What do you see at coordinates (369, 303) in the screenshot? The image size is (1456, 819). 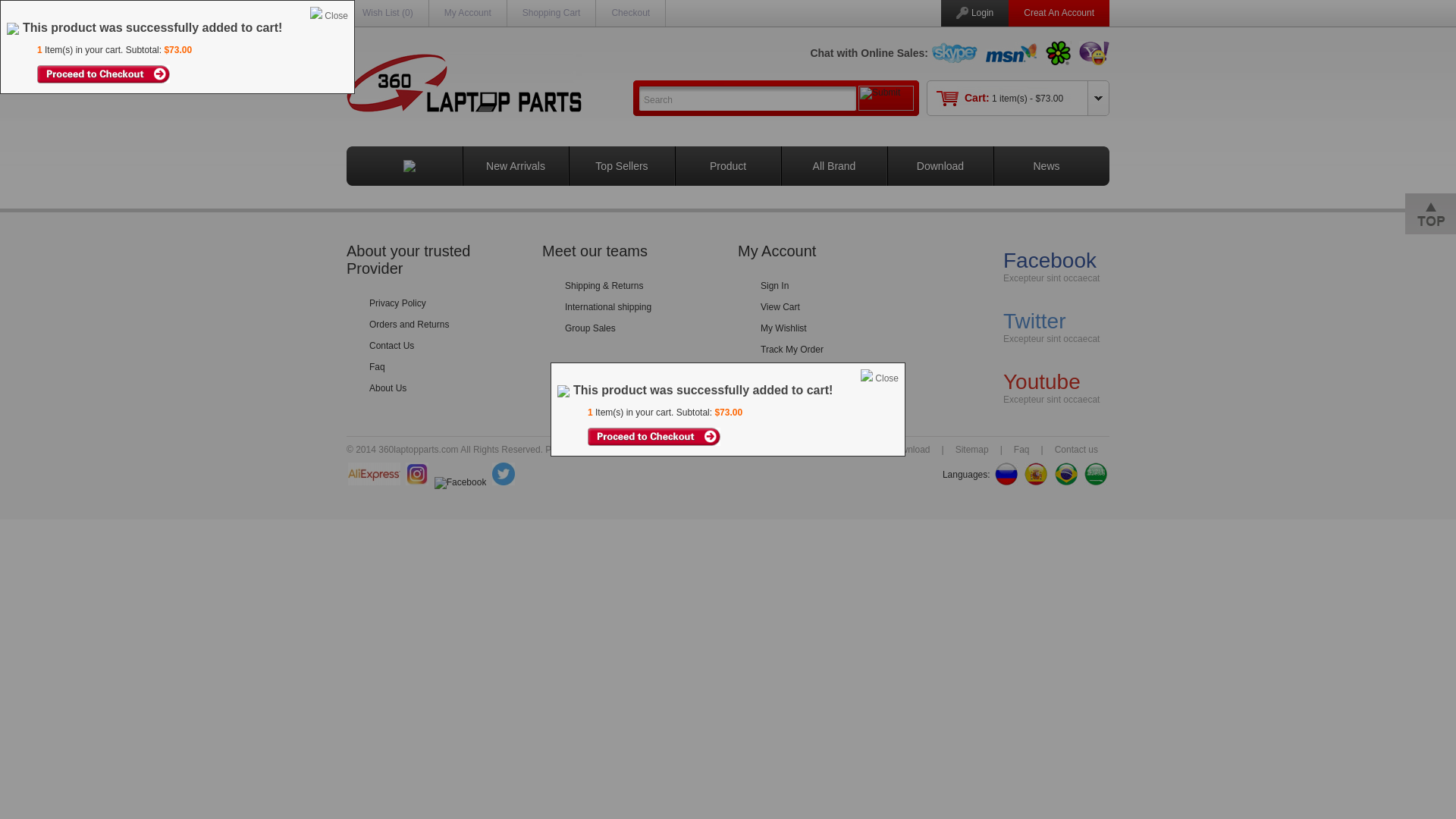 I see `'Privacy Policy'` at bounding box center [369, 303].